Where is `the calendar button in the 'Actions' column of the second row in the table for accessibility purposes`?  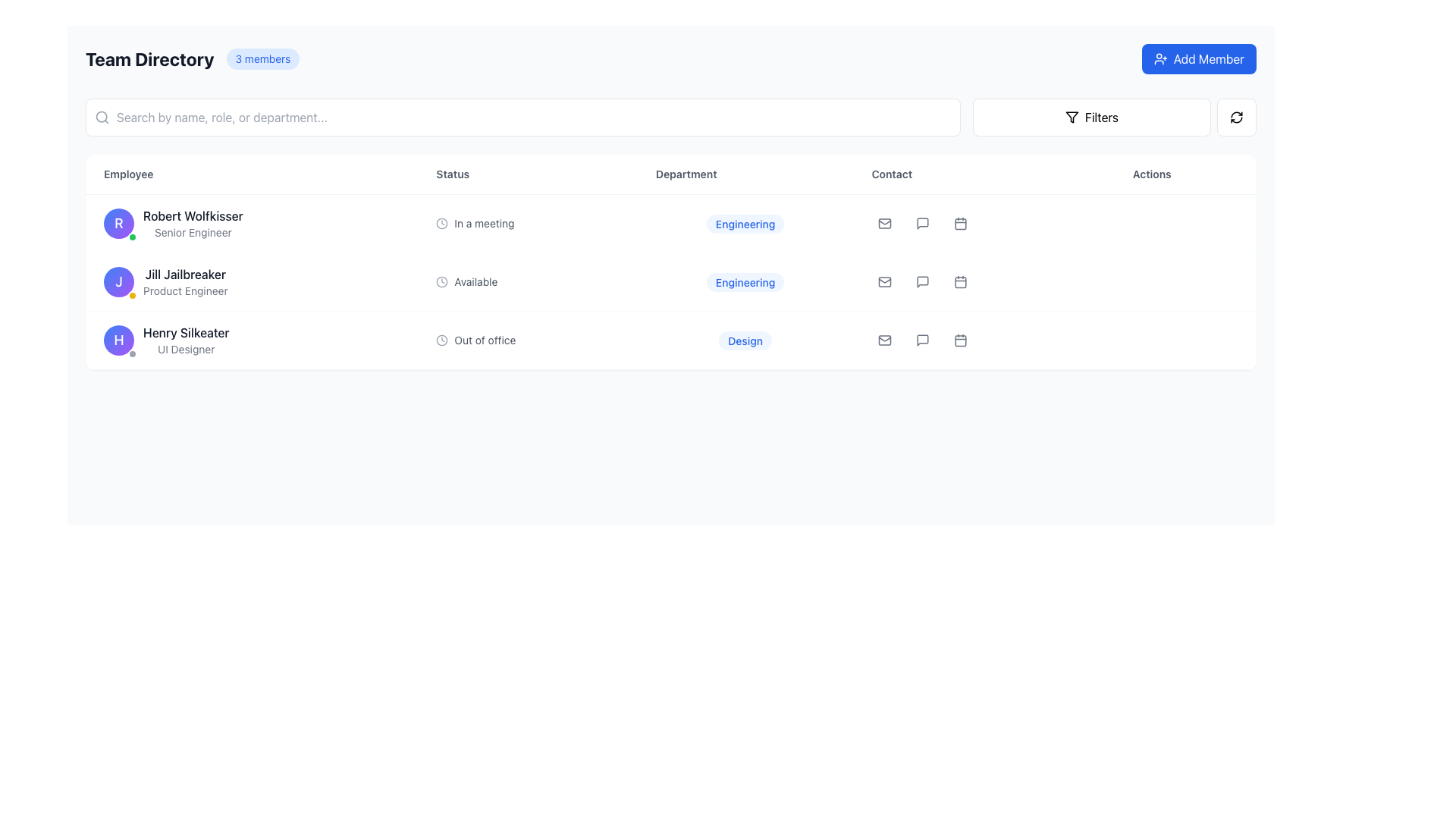 the calendar button in the 'Actions' column of the second row in the table for accessibility purposes is located at coordinates (959, 223).